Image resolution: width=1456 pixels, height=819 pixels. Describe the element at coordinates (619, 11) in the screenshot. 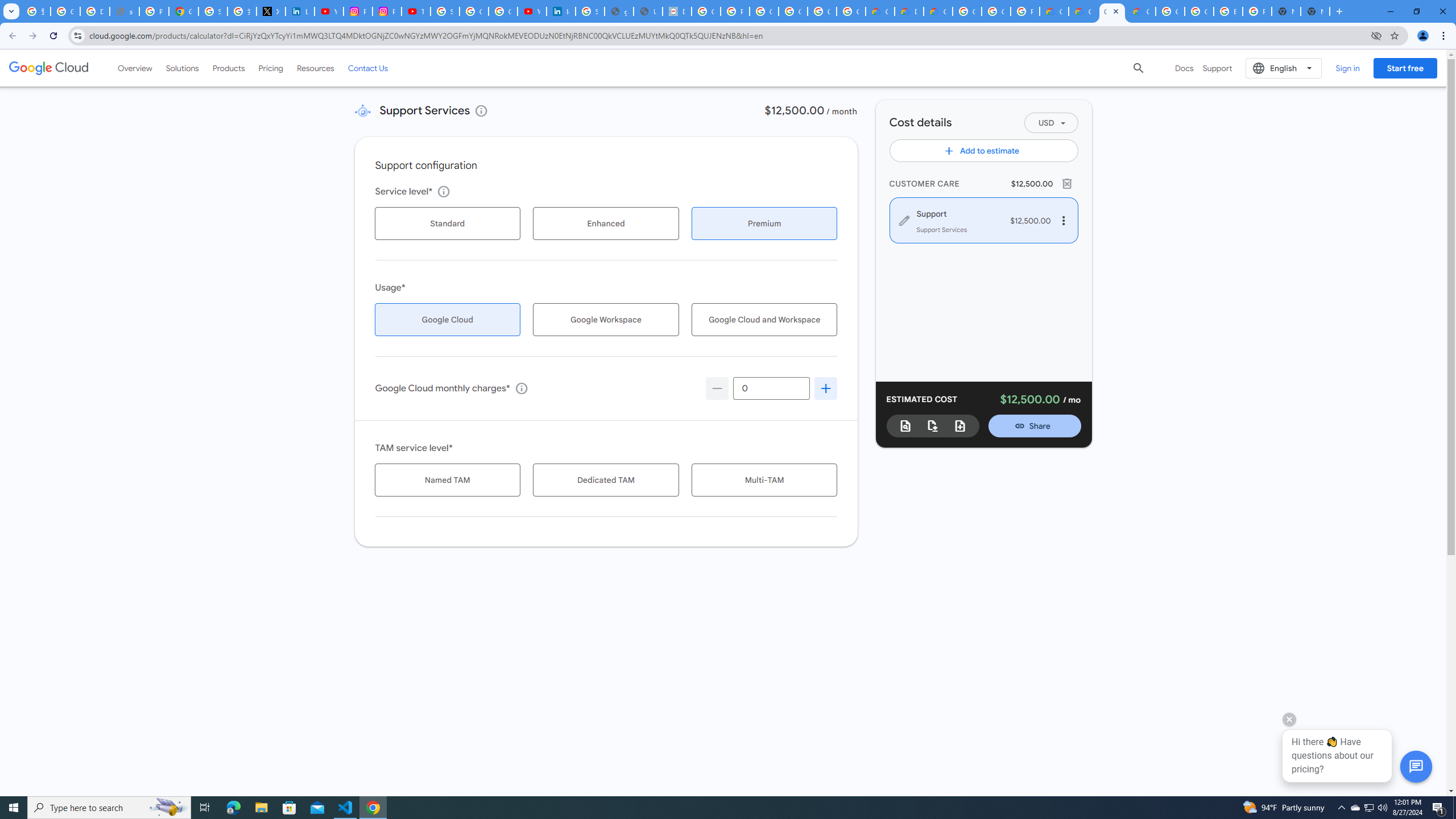

I see `'google_privacy_policy_en.pdf'` at that location.